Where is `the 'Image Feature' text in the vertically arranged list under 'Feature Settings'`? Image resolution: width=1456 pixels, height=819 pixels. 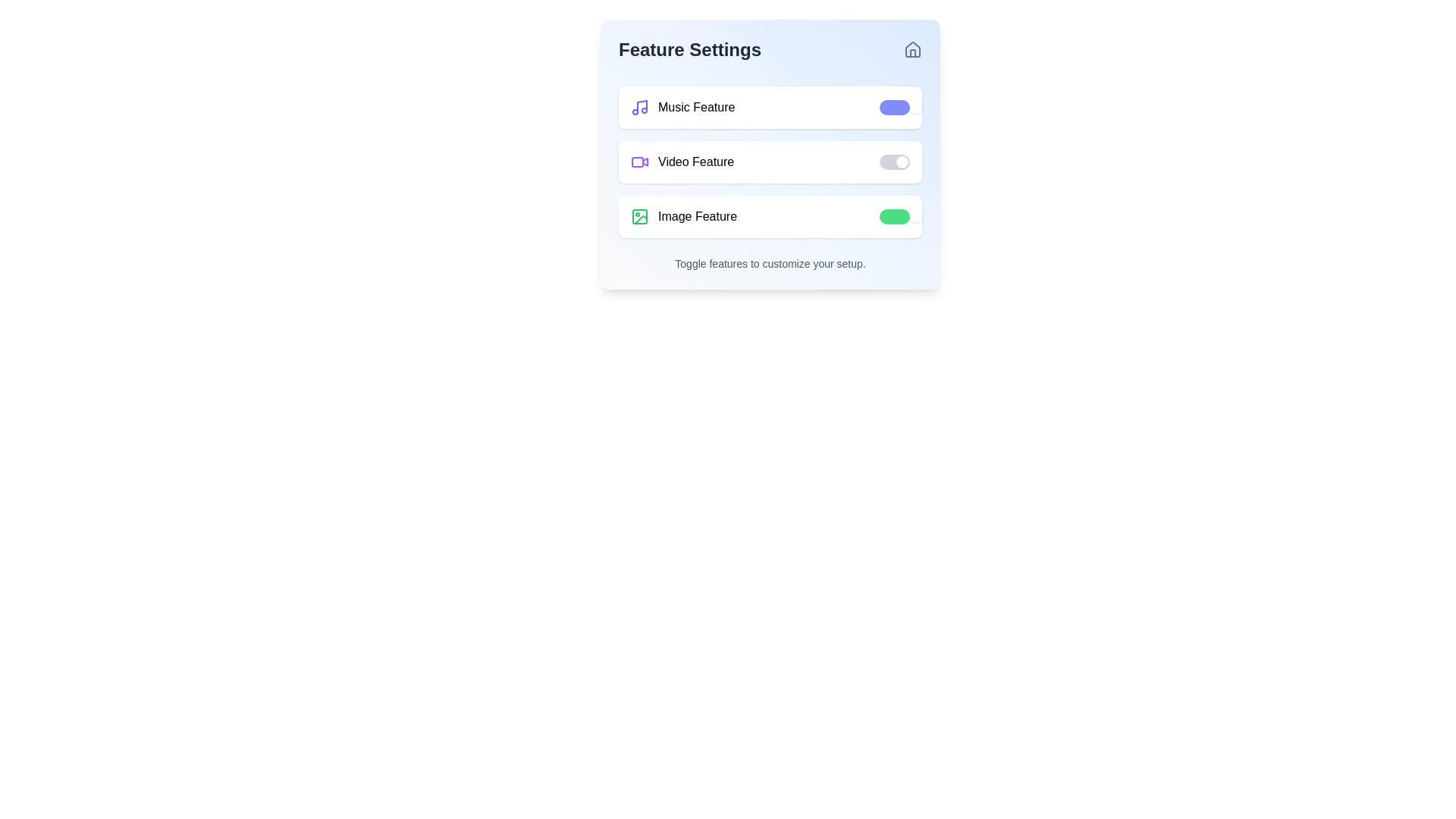
the 'Image Feature' text in the vertically arranged list under 'Feature Settings' is located at coordinates (683, 216).